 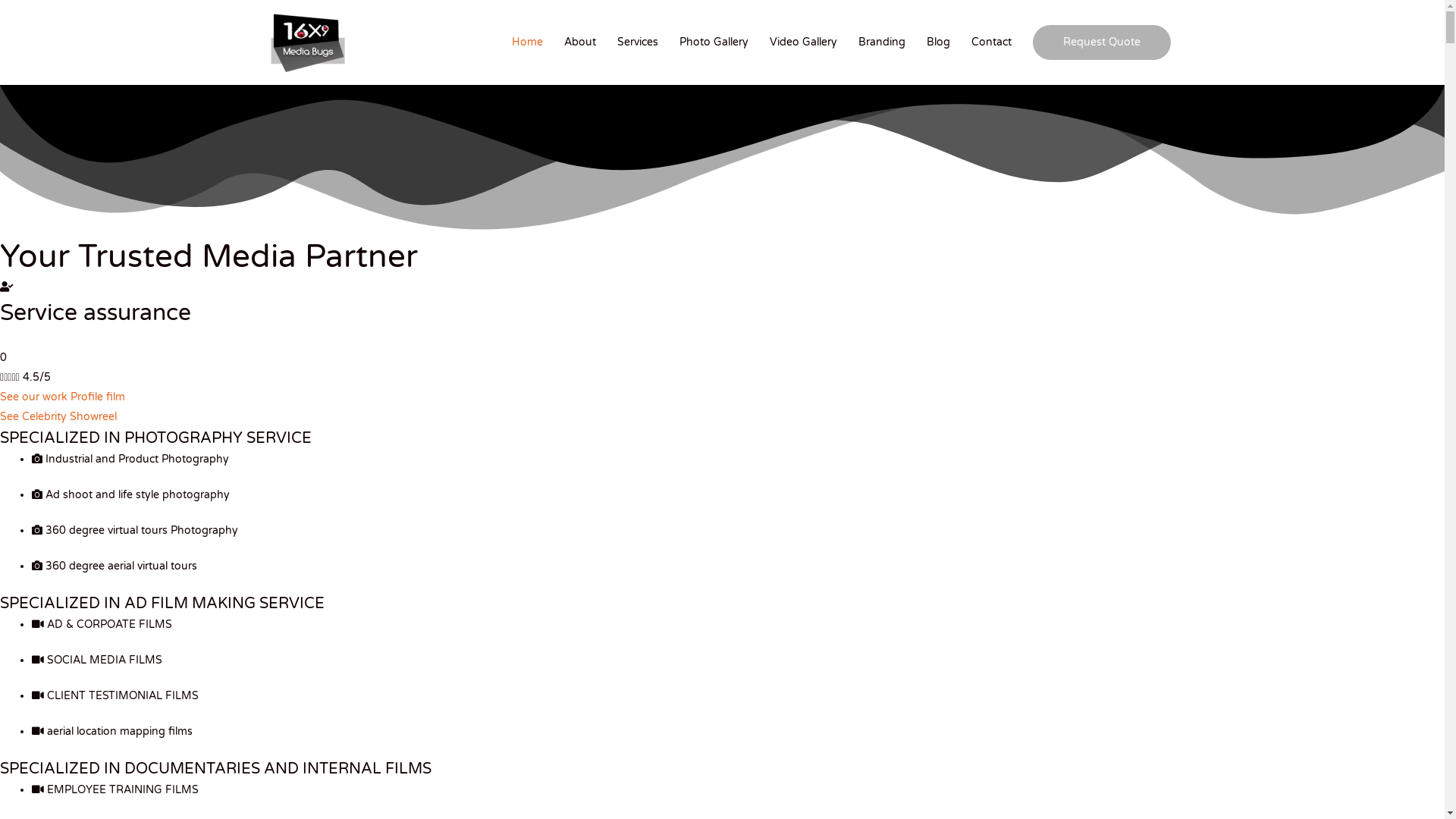 I want to click on 'Blog', so click(x=937, y=42).